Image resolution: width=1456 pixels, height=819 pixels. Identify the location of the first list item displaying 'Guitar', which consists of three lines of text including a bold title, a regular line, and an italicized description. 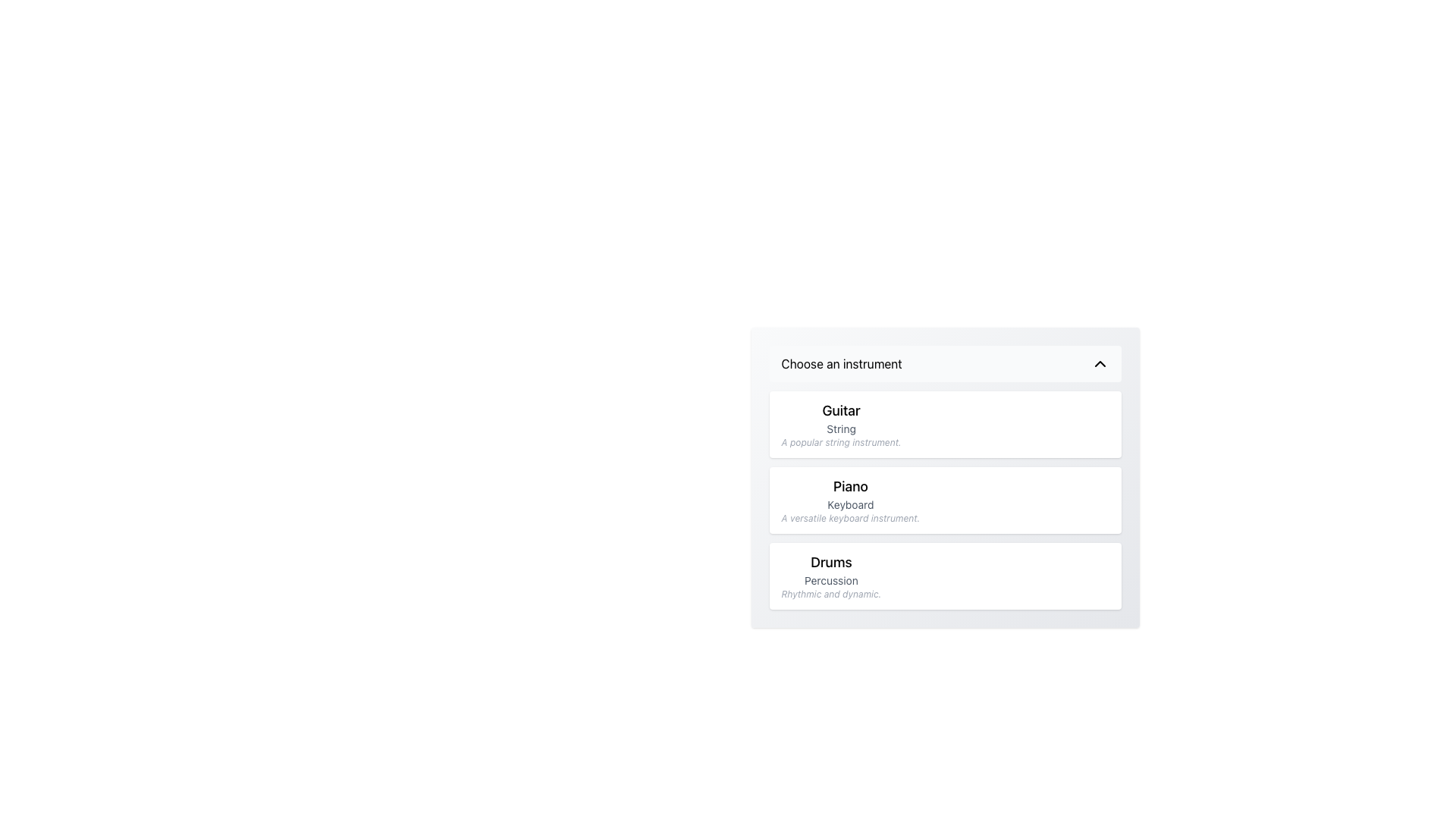
(840, 424).